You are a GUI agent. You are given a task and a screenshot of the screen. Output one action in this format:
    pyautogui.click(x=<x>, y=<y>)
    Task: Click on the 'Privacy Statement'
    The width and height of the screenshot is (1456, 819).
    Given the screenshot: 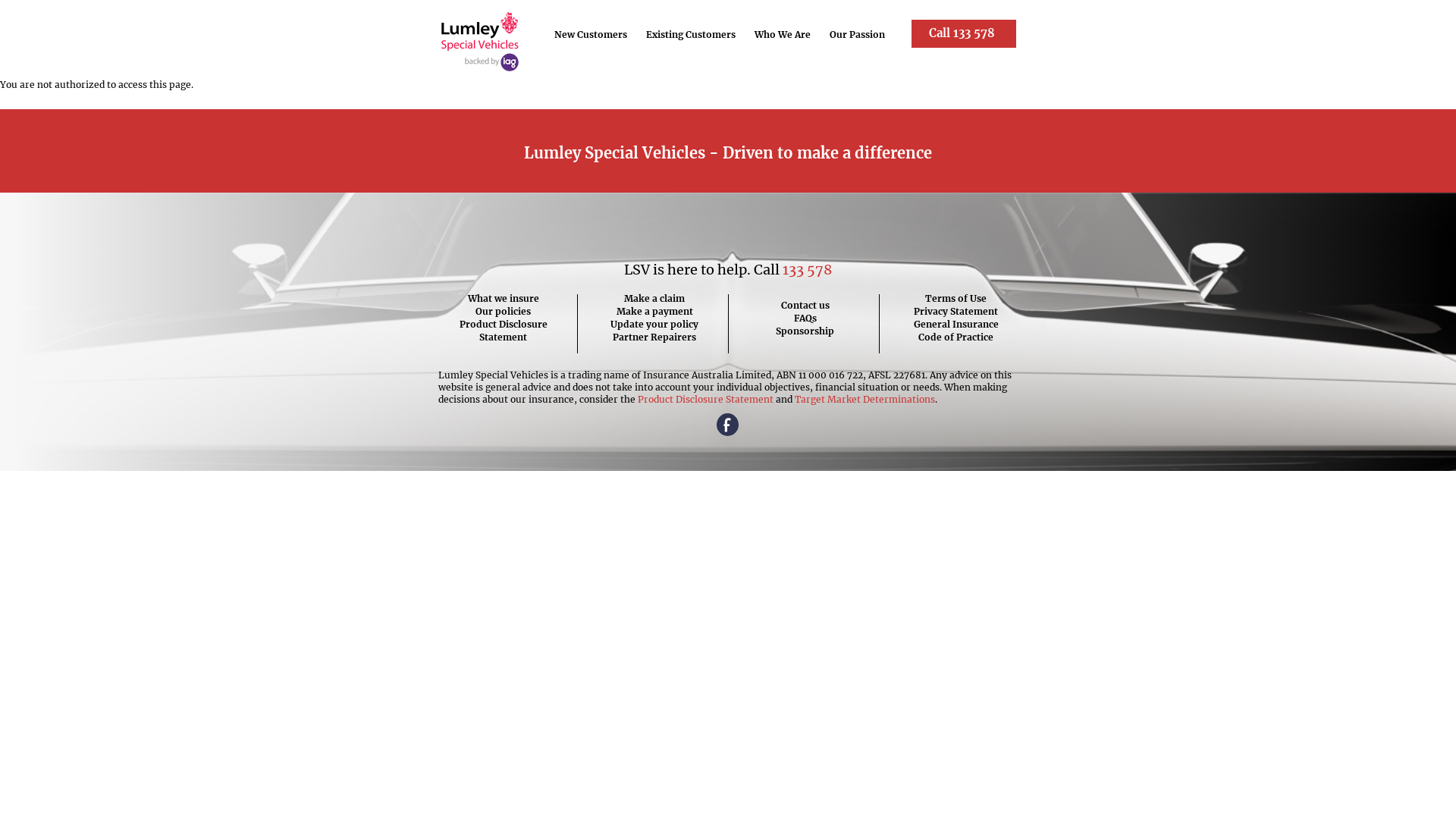 What is the action you would take?
    pyautogui.click(x=955, y=310)
    